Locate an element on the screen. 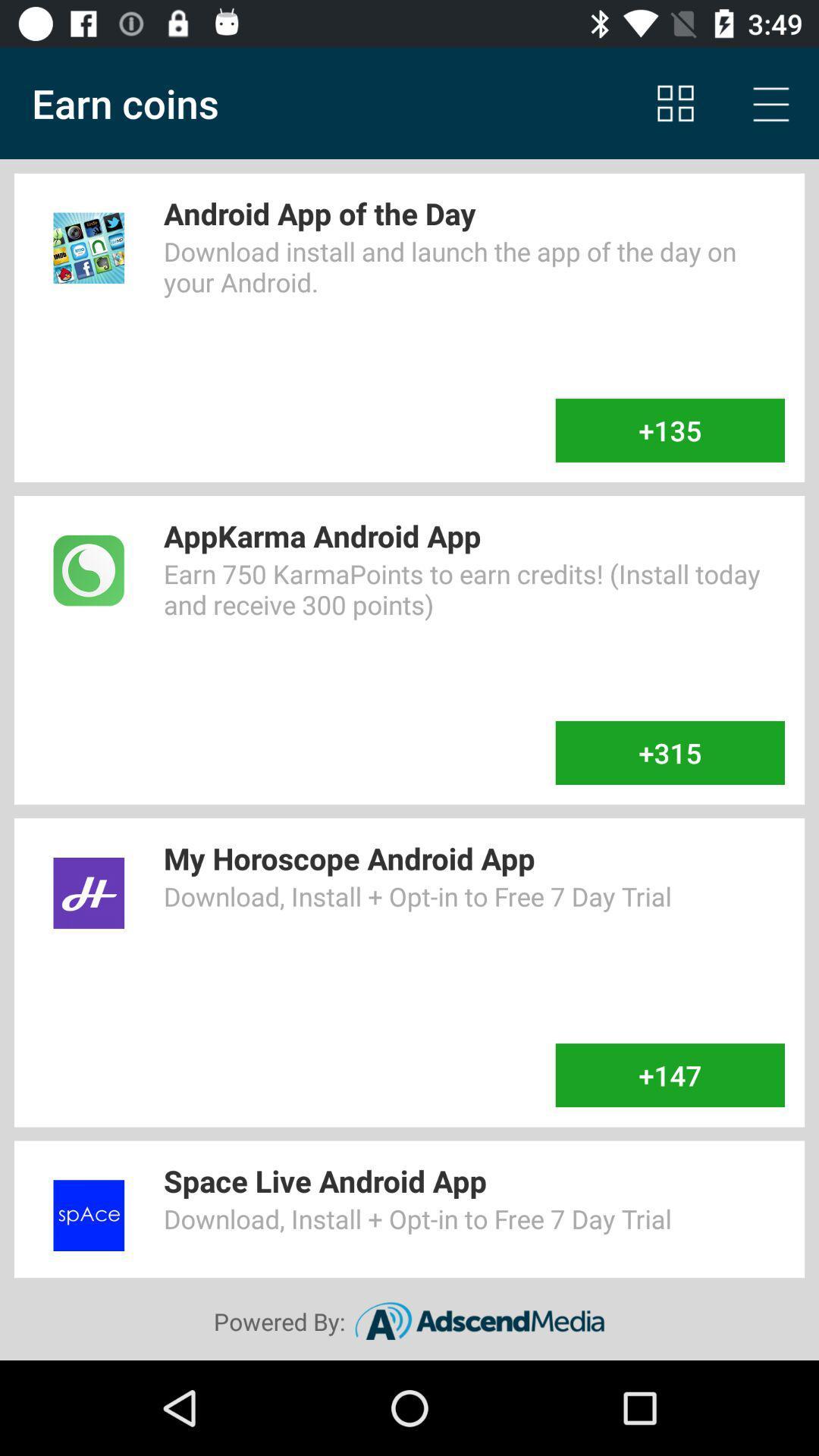 This screenshot has width=819, height=1456. the item below the download install and icon is located at coordinates (669, 429).